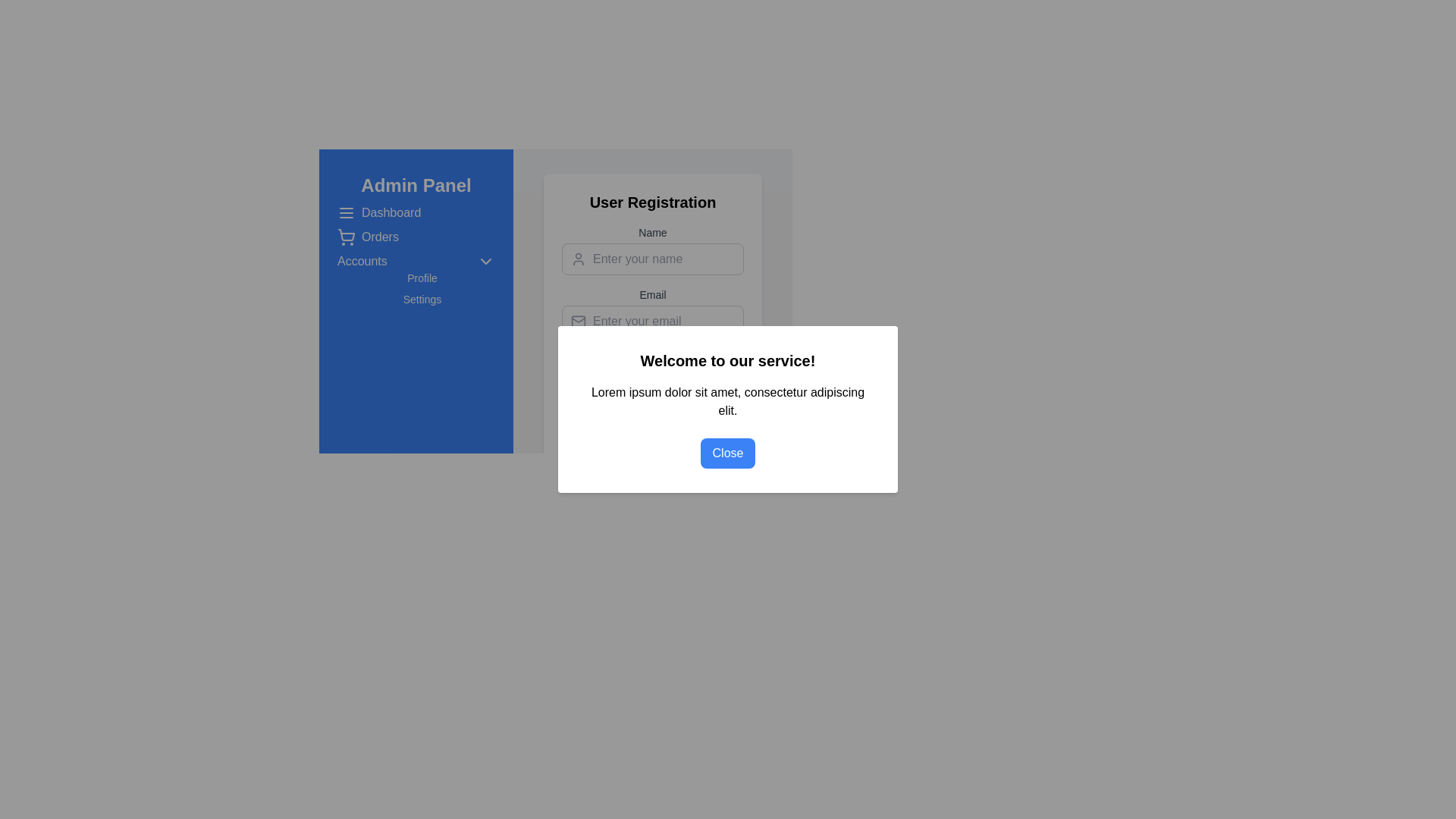 Image resolution: width=1456 pixels, height=819 pixels. Describe the element at coordinates (416, 280) in the screenshot. I see `the interactive menu option link for navigating to the Profile page, which is the first item in the dropdown list under the 'Accounts' section of the side navigation panel` at that location.